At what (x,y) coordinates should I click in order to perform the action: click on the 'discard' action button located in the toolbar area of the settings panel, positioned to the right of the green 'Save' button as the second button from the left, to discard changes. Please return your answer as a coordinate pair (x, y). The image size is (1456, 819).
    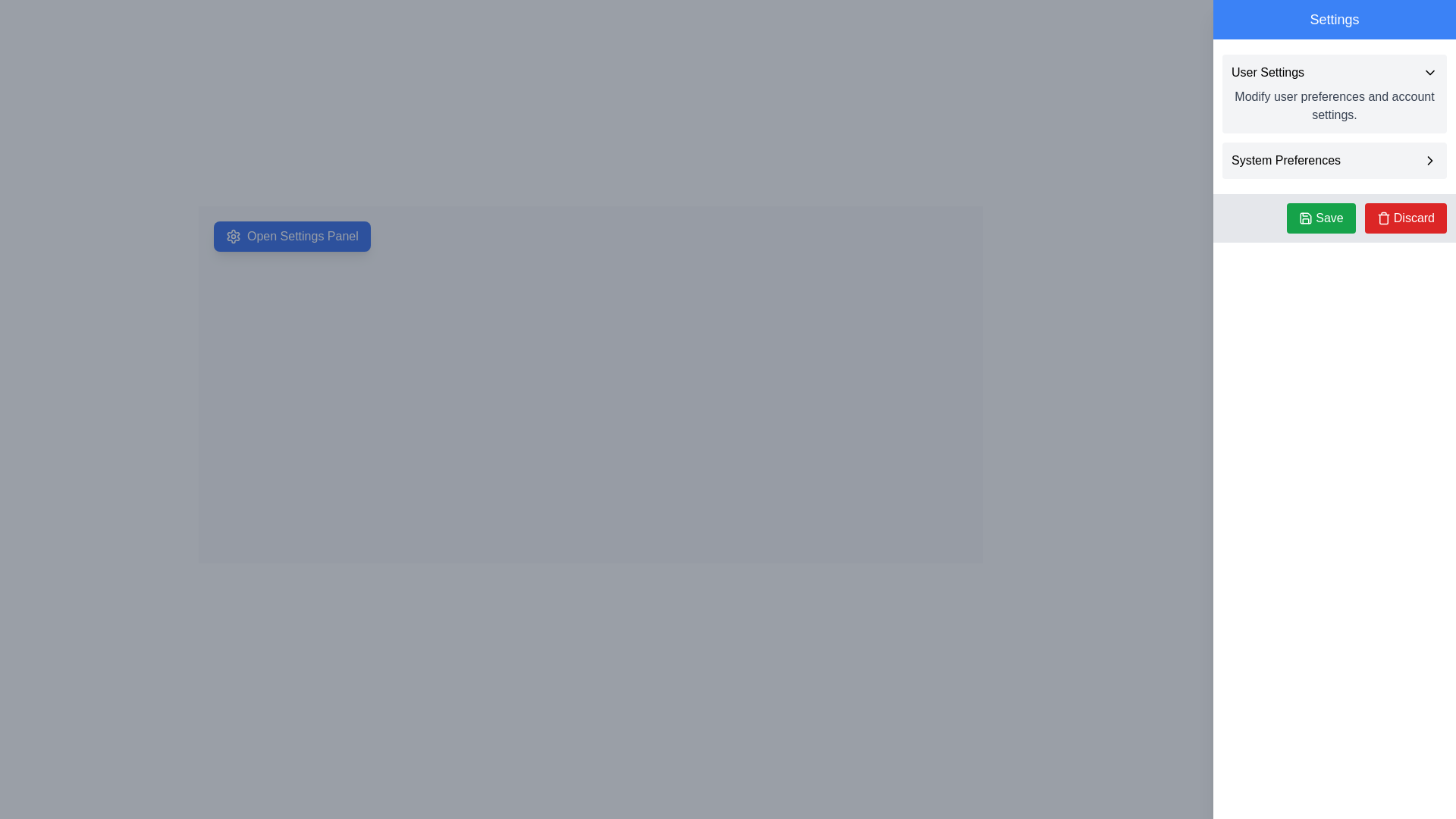
    Looking at the image, I should click on (1413, 218).